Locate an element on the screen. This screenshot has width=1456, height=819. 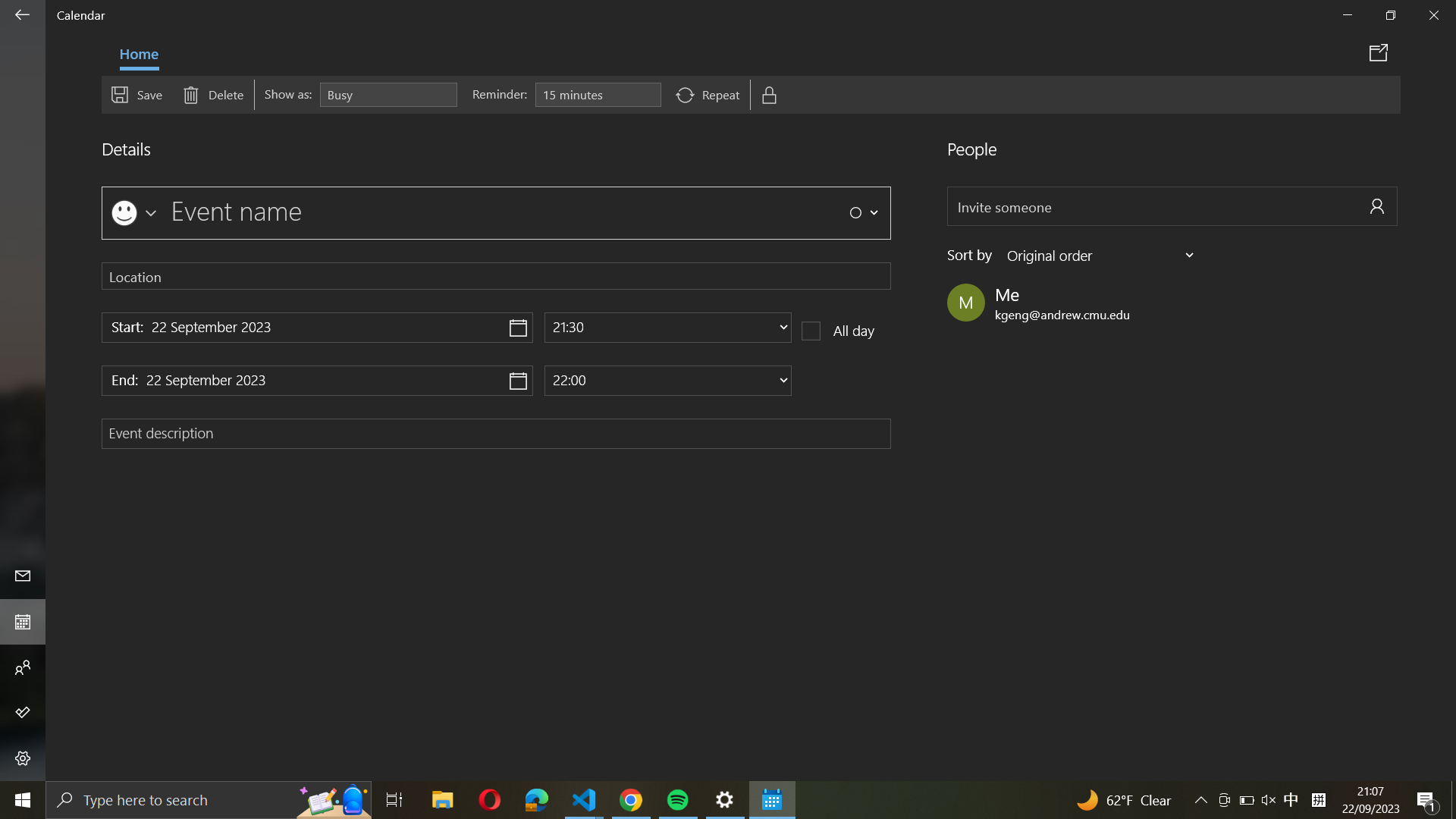
Program the conclusion time of the event to 7:00 PM is located at coordinates (667, 379).